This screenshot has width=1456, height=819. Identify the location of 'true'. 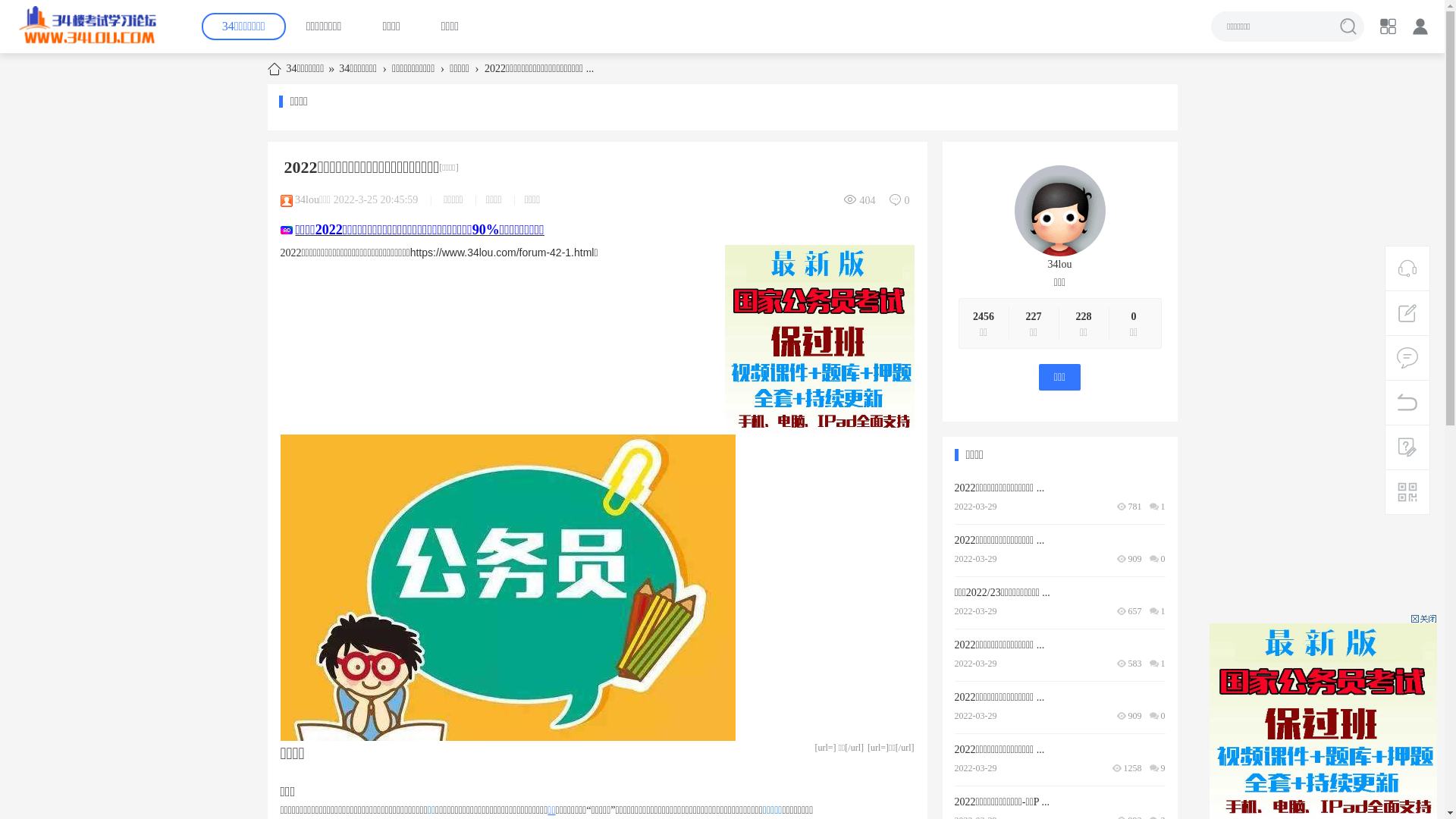
(1332, 26).